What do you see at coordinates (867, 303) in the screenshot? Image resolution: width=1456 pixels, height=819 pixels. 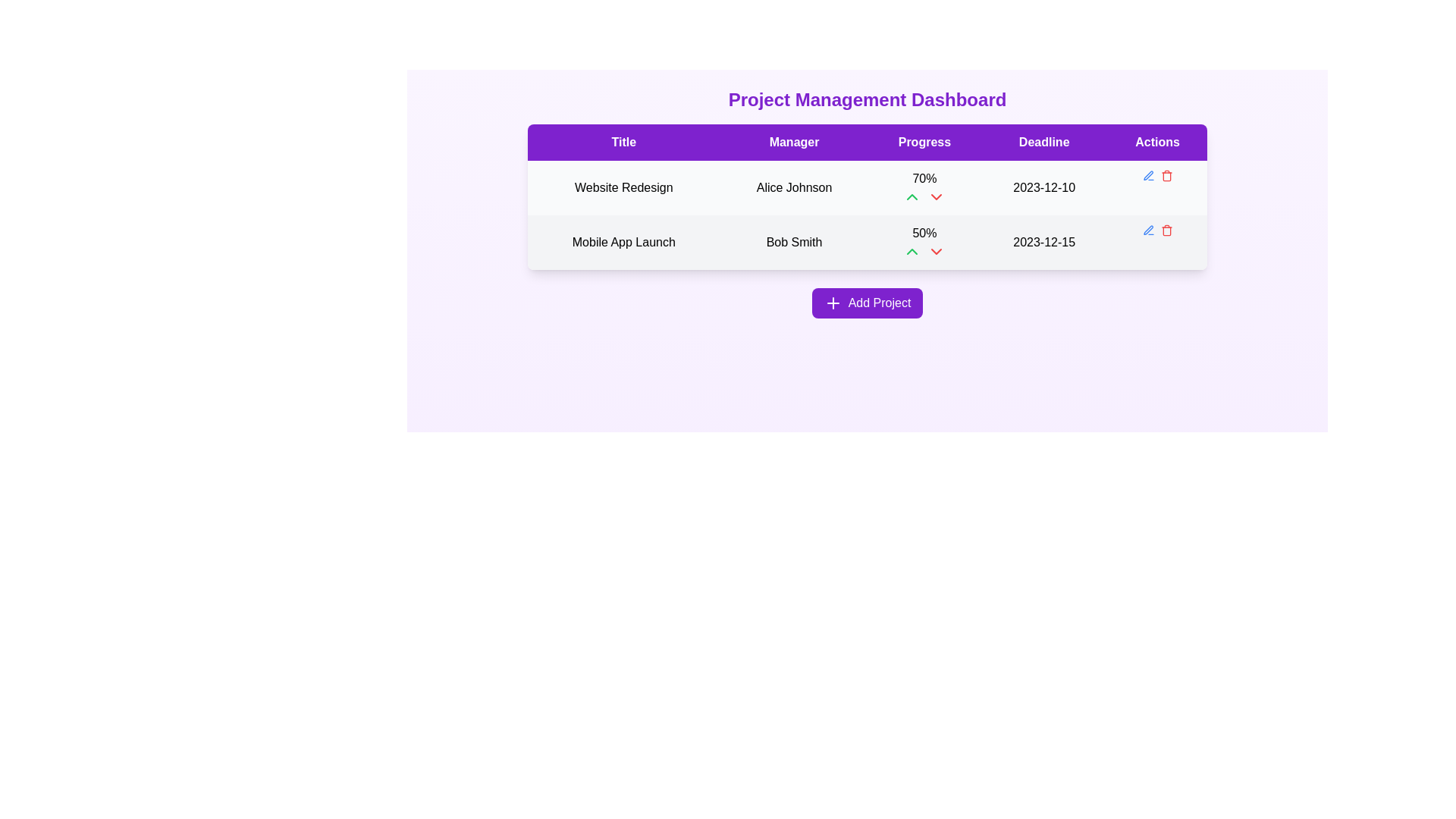 I see `the 'Add Project' button located below the project table in the dashboard to initiate adding a project` at bounding box center [867, 303].